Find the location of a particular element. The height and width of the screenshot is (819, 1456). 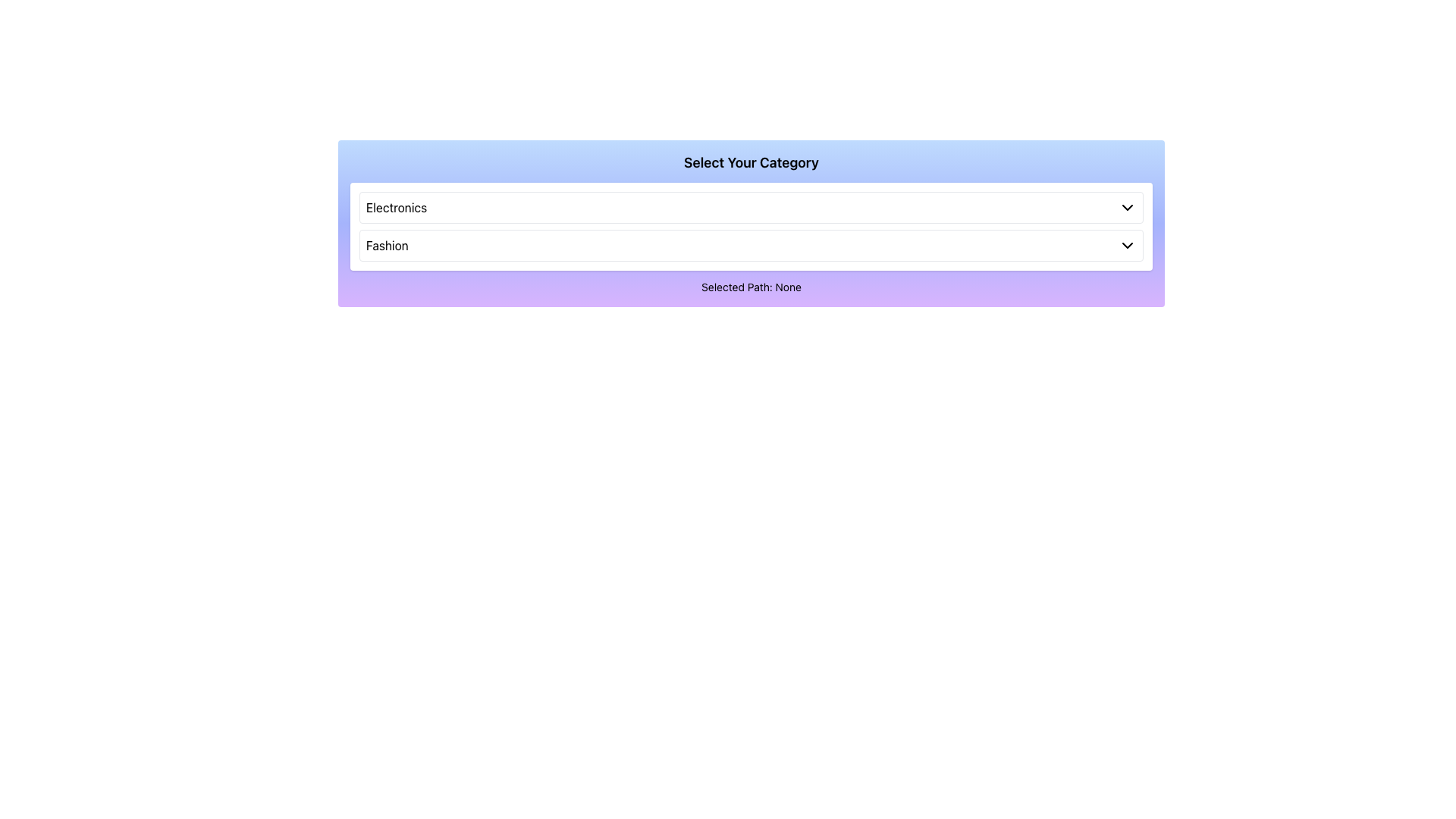

the icon located on the top dropdown entry labeled 'Electronics' is located at coordinates (1128, 207).